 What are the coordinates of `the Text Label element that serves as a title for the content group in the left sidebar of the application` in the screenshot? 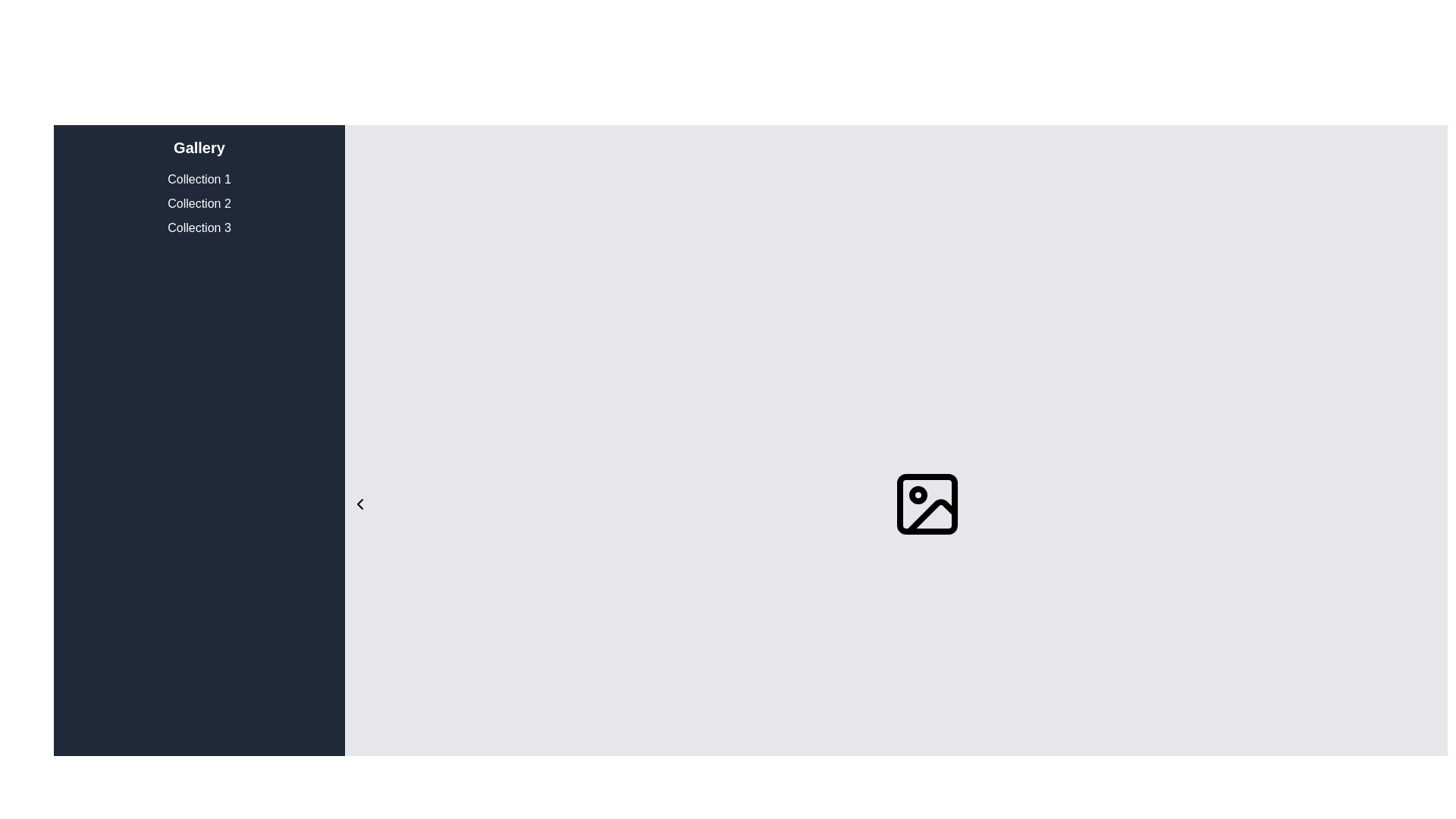 It's located at (199, 148).